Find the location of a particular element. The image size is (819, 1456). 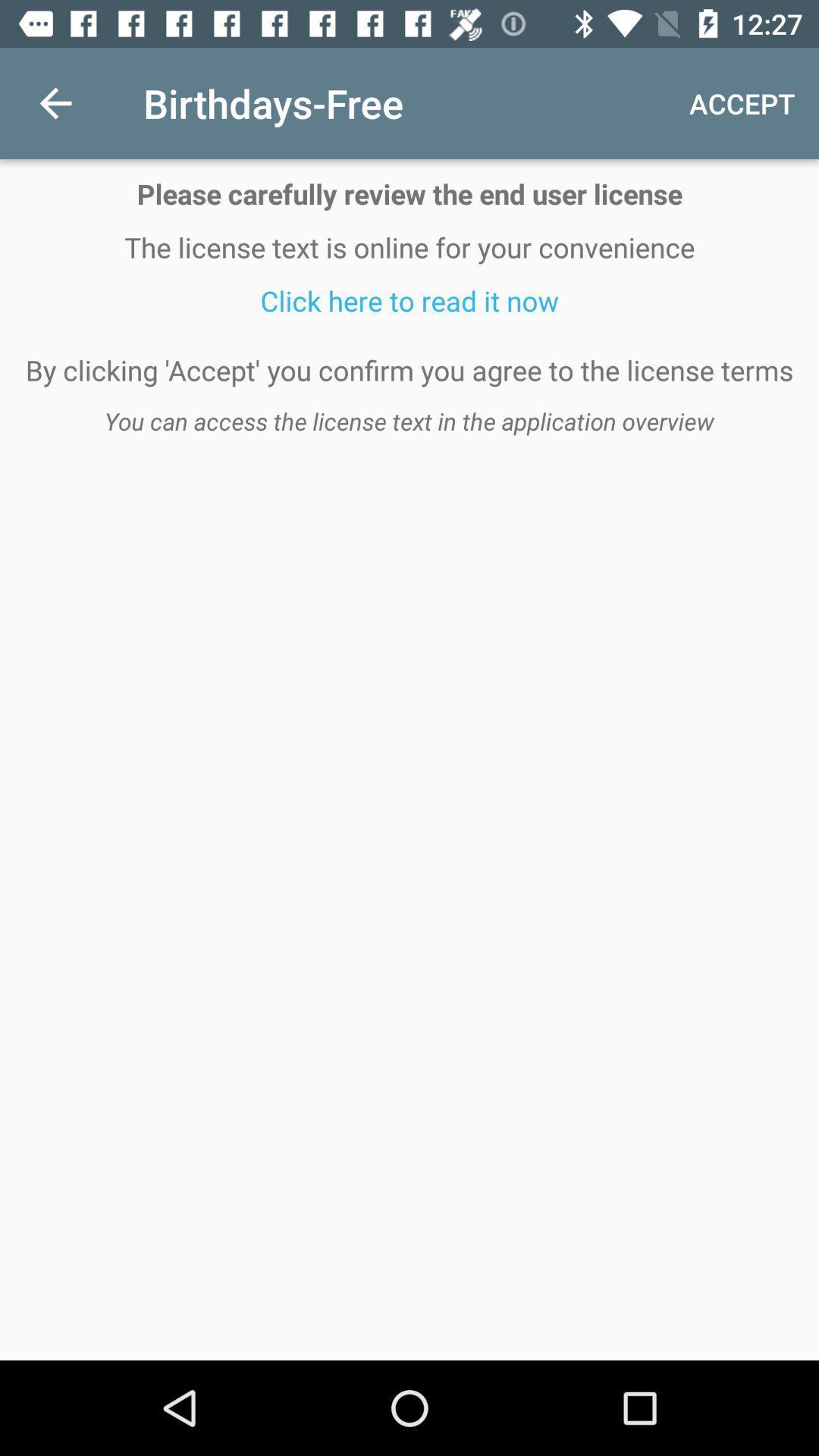

the icon above please carefully review item is located at coordinates (55, 102).